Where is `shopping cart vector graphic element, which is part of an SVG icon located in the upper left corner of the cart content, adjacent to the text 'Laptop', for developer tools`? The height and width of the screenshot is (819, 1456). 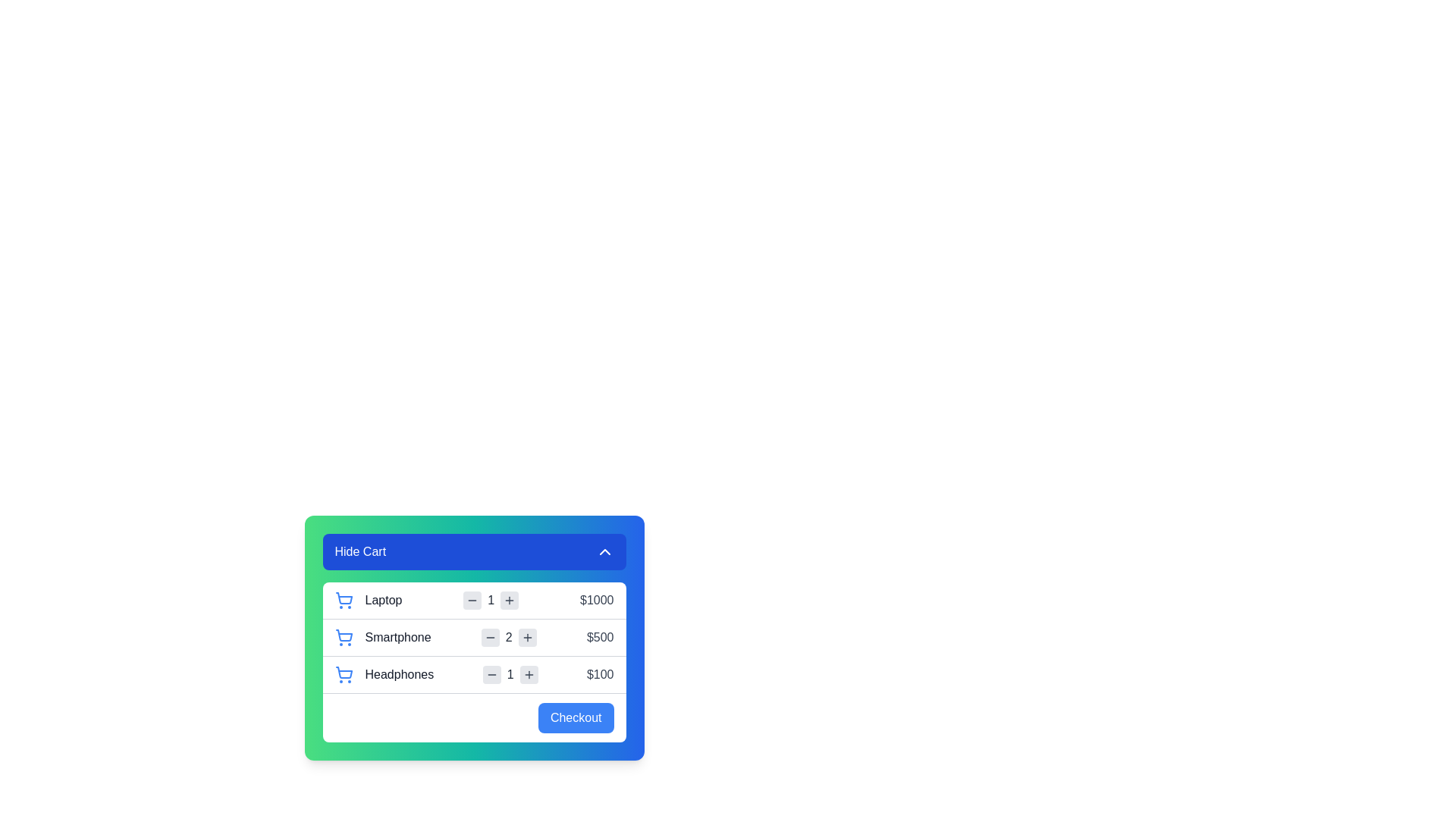
shopping cart vector graphic element, which is part of an SVG icon located in the upper left corner of the cart content, adjacent to the text 'Laptop', for developer tools is located at coordinates (343, 598).